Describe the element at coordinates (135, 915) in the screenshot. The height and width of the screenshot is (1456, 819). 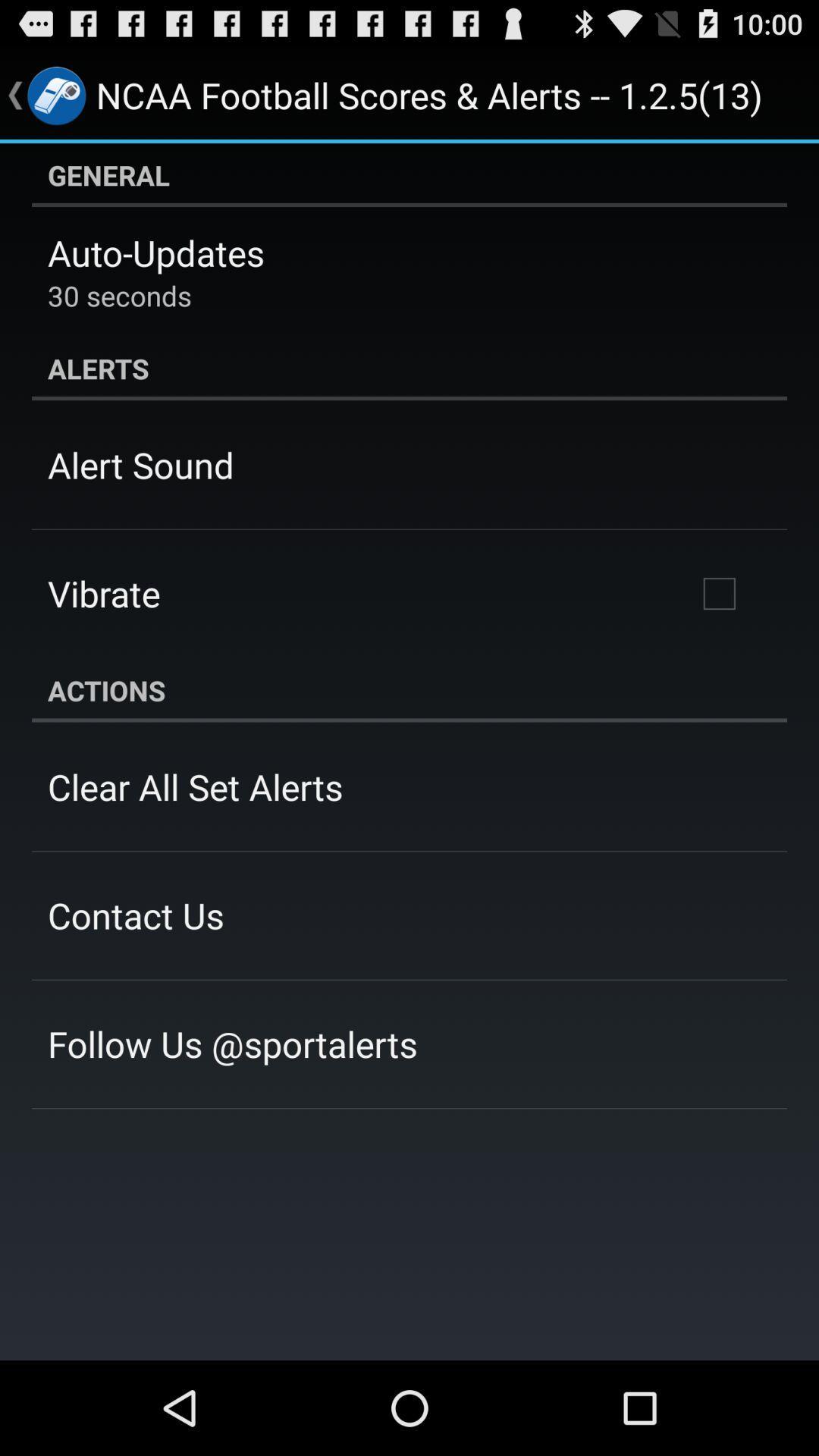
I see `the contact us app` at that location.